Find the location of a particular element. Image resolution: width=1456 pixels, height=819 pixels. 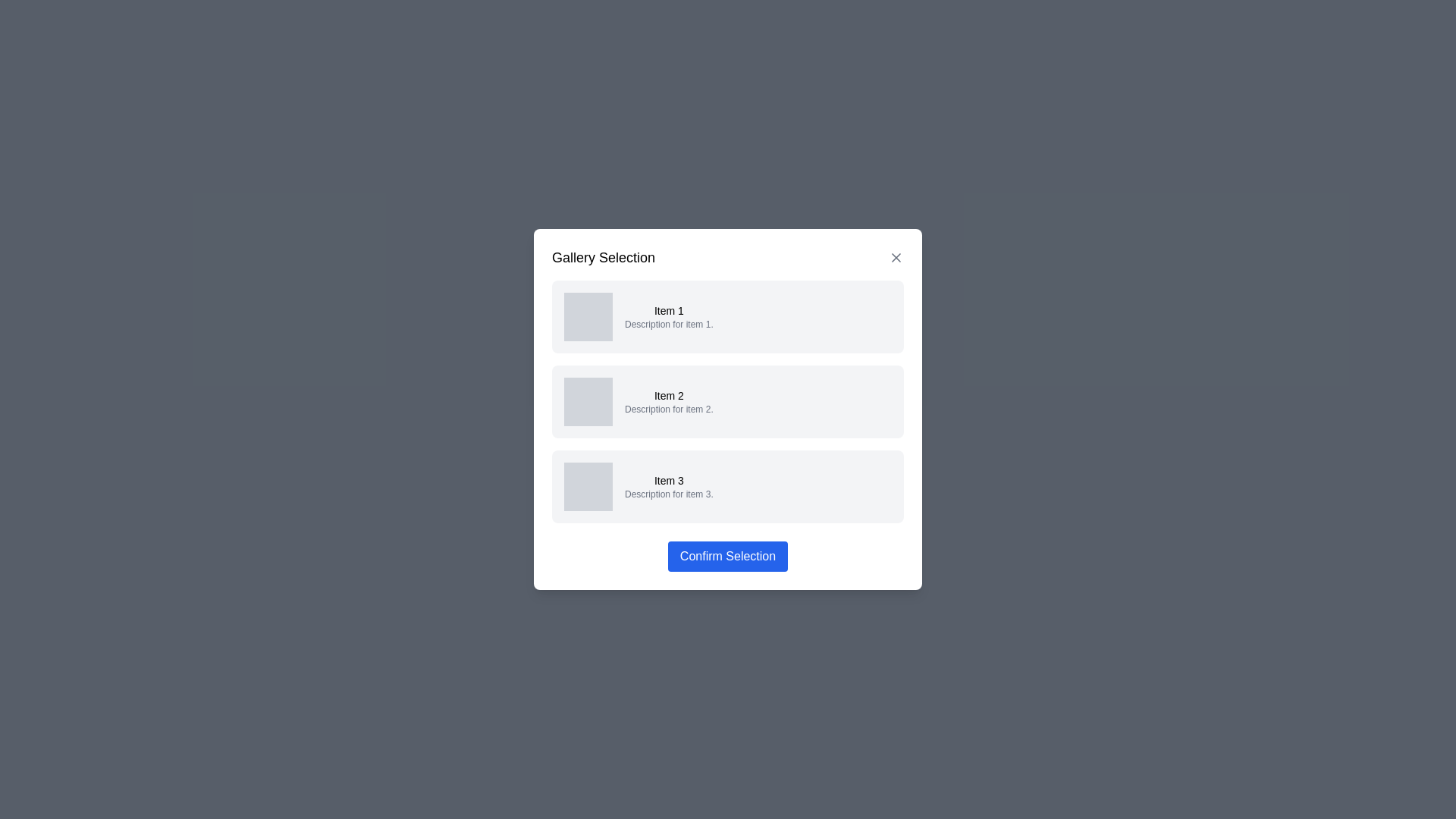

the text label displaying 'Description for item 2', which is positioned directly below the title 'Item 2' in a vertical list of items is located at coordinates (668, 409).